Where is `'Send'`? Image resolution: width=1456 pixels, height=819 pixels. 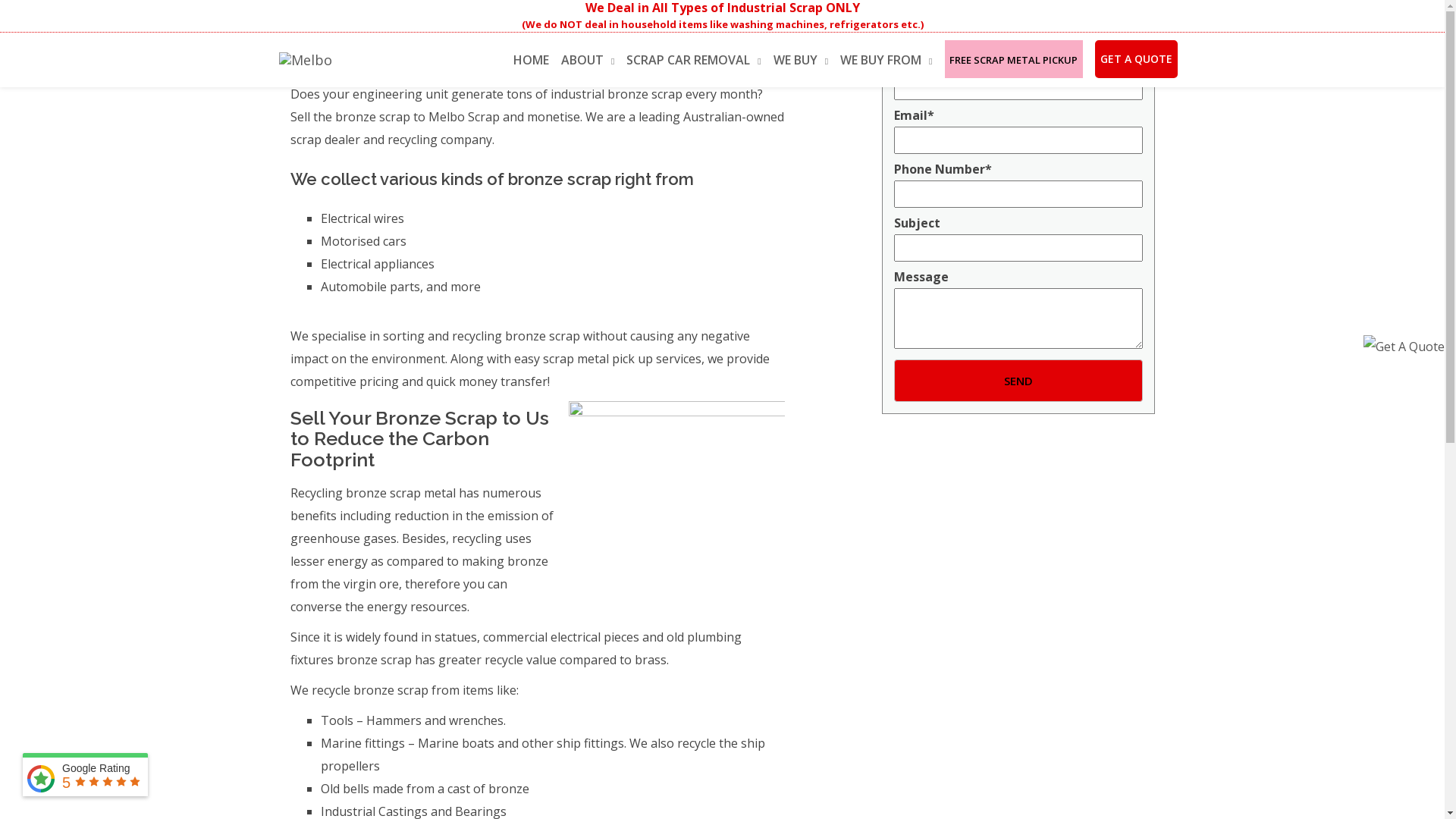
'Send' is located at coordinates (1018, 379).